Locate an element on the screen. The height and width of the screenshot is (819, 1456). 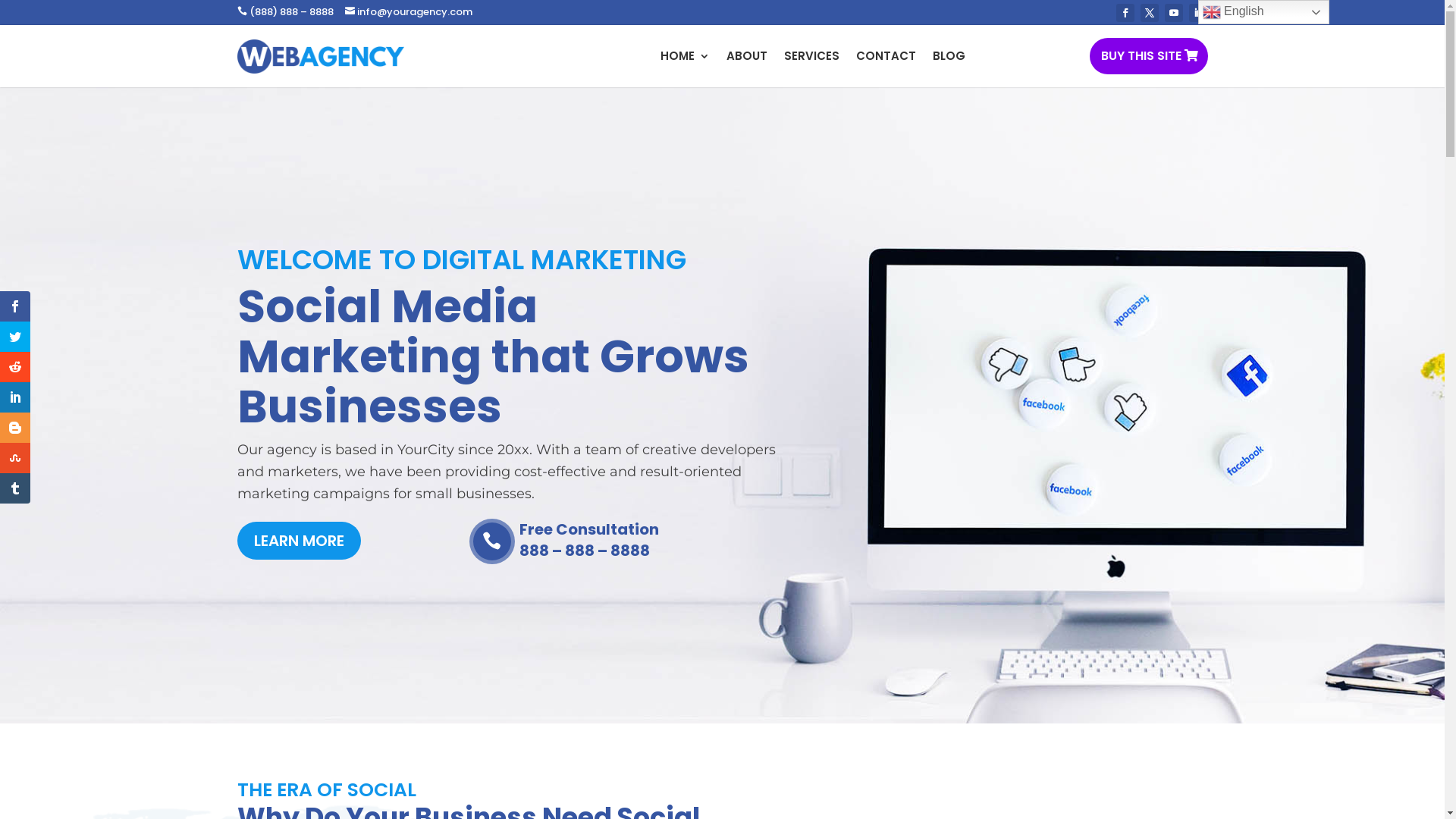
'BLOG' is located at coordinates (948, 55).